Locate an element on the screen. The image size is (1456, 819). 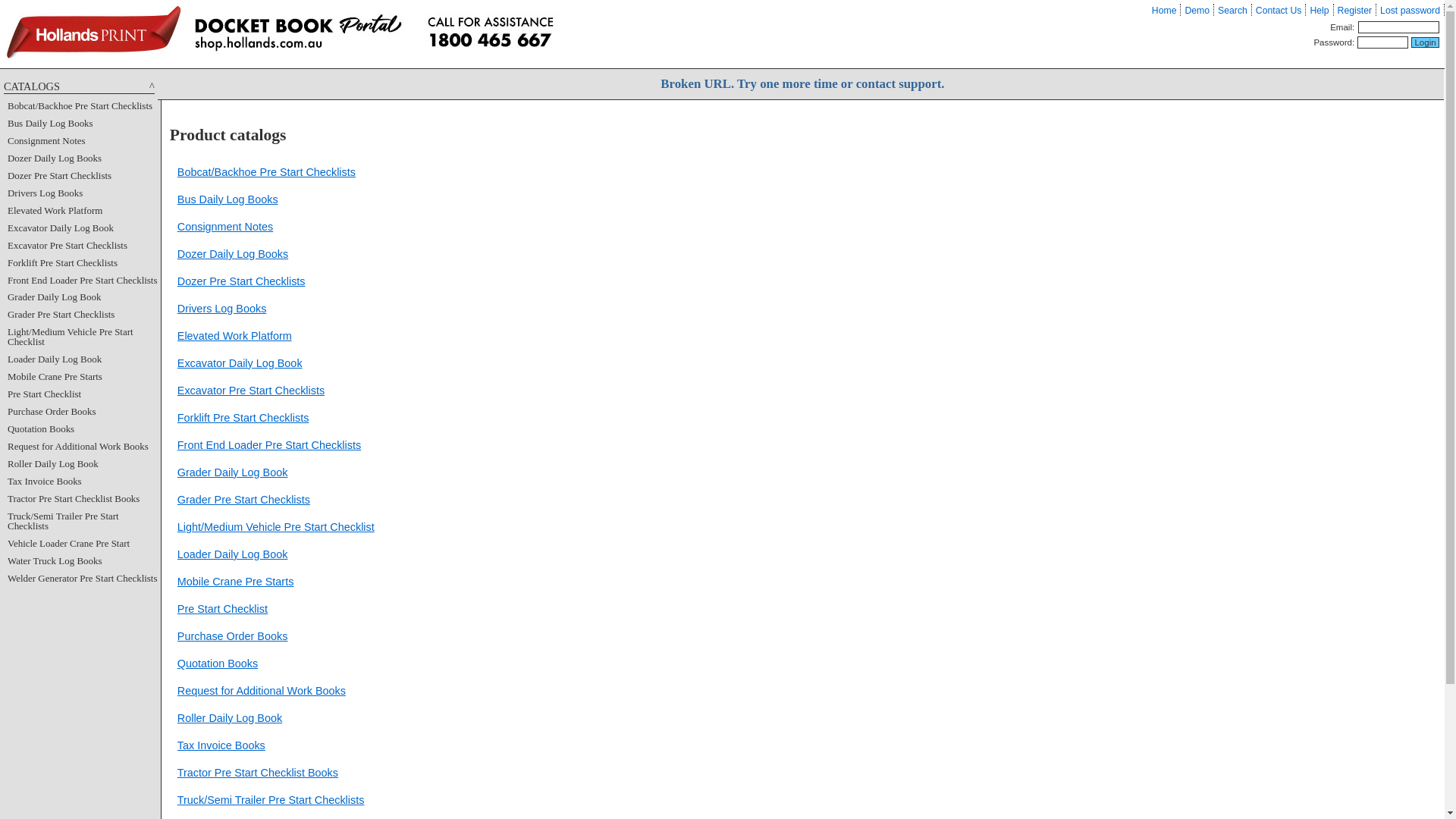
'Request for Additional Work Books' is located at coordinates (7, 445).